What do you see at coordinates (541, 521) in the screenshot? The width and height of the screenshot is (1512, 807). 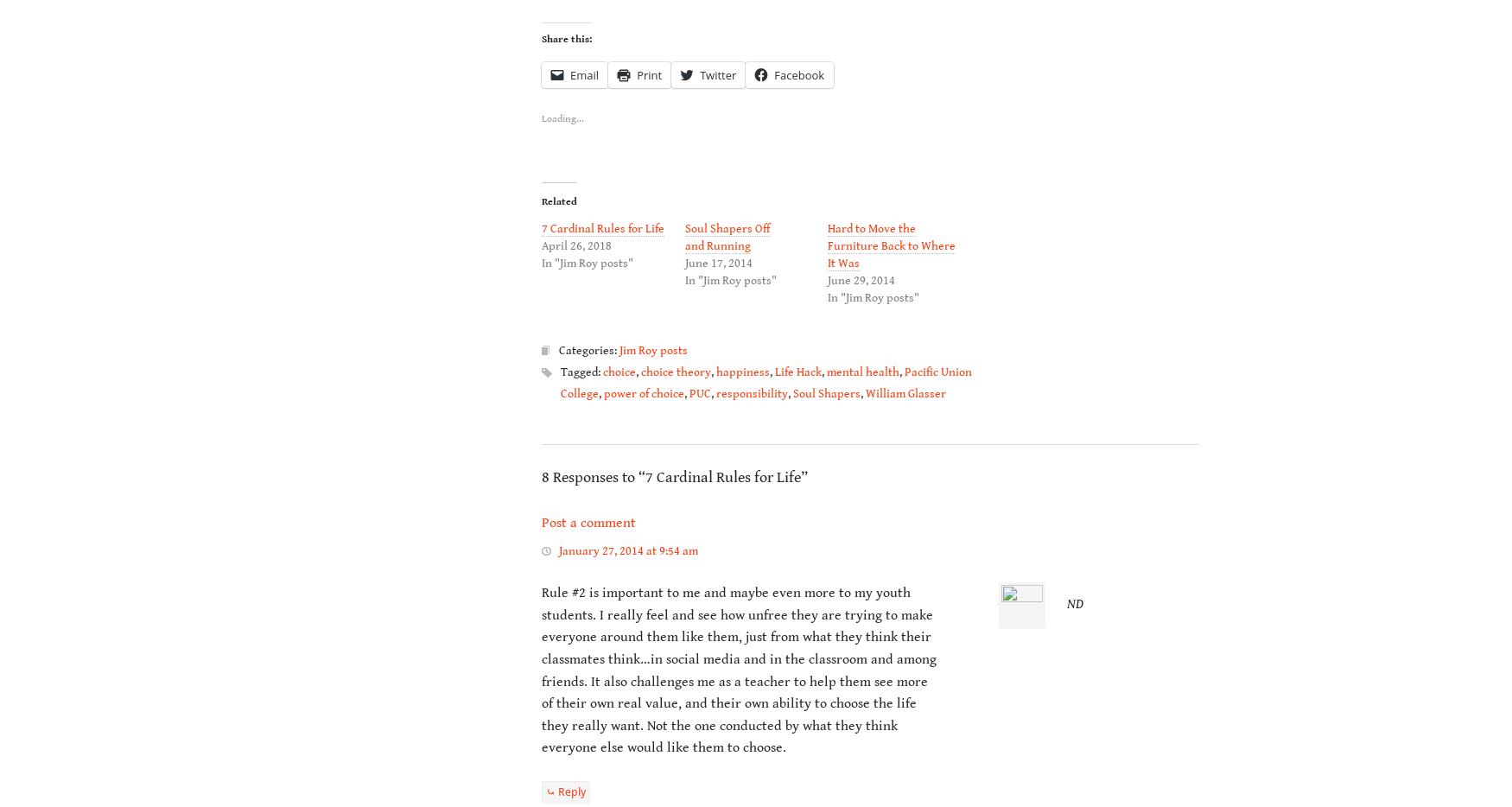 I see `'Post a comment'` at bounding box center [541, 521].